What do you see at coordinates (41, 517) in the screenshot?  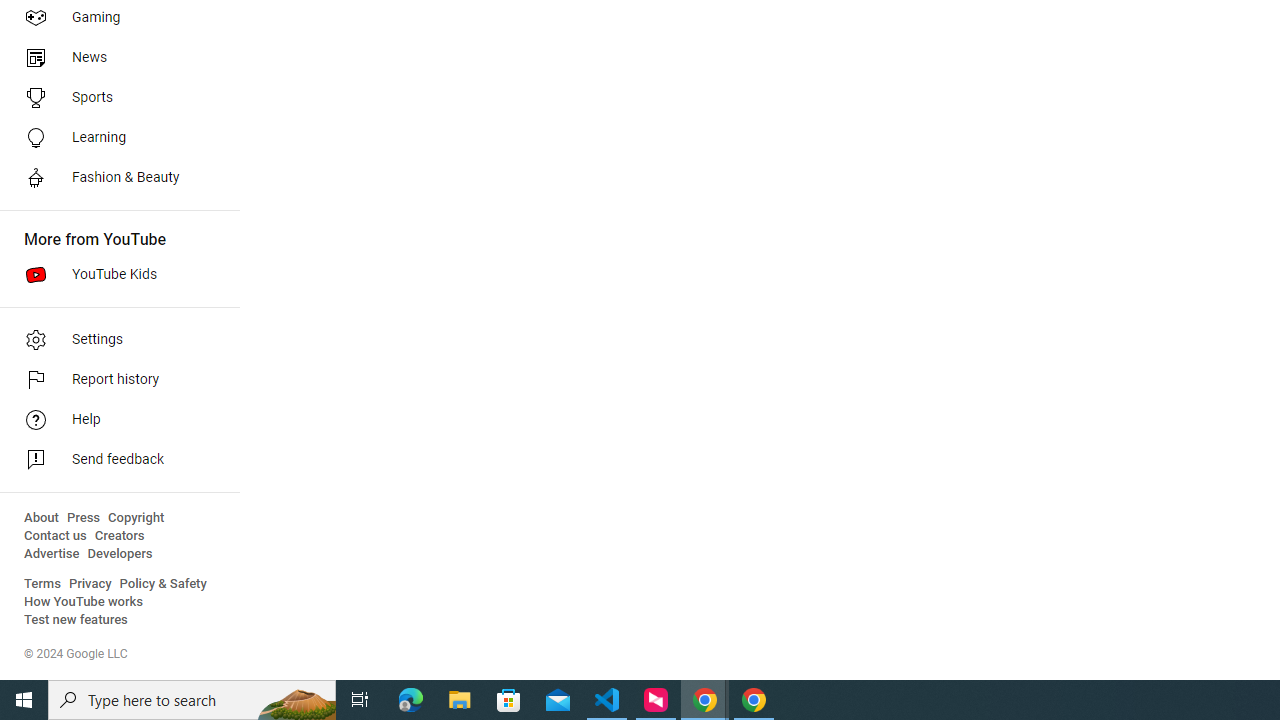 I see `'About'` at bounding box center [41, 517].